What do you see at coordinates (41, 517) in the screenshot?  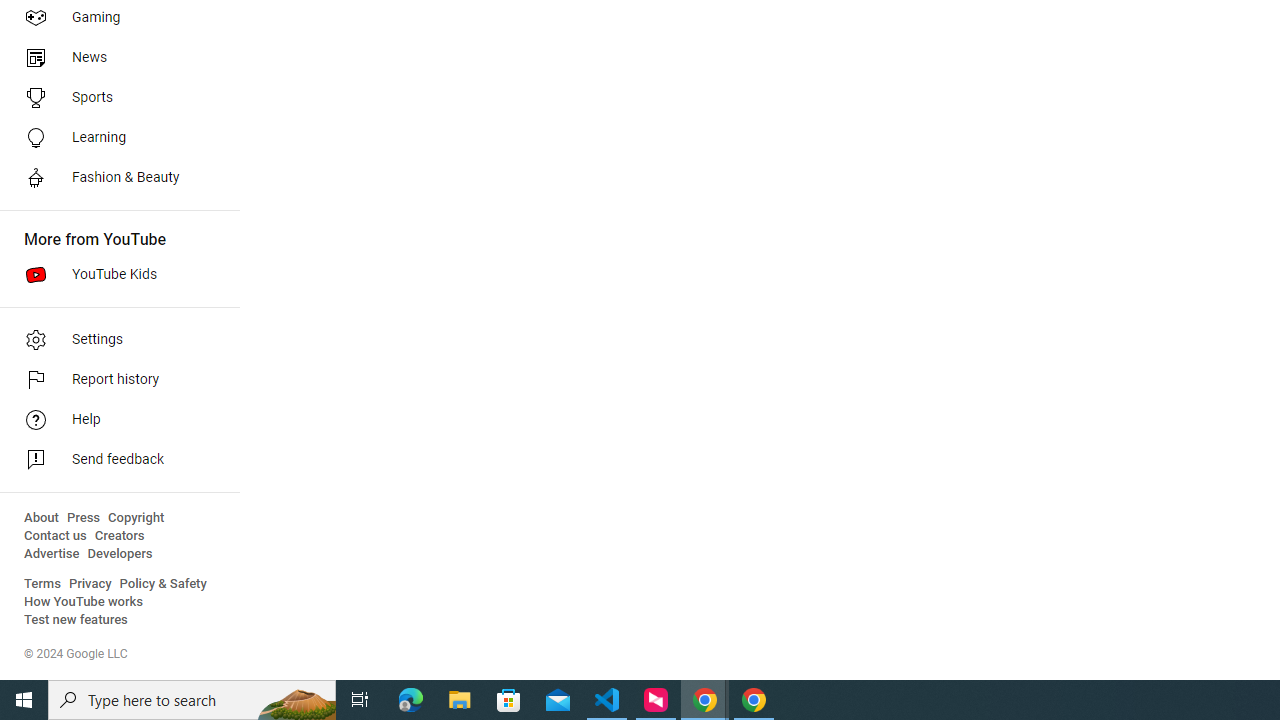 I see `'About'` at bounding box center [41, 517].